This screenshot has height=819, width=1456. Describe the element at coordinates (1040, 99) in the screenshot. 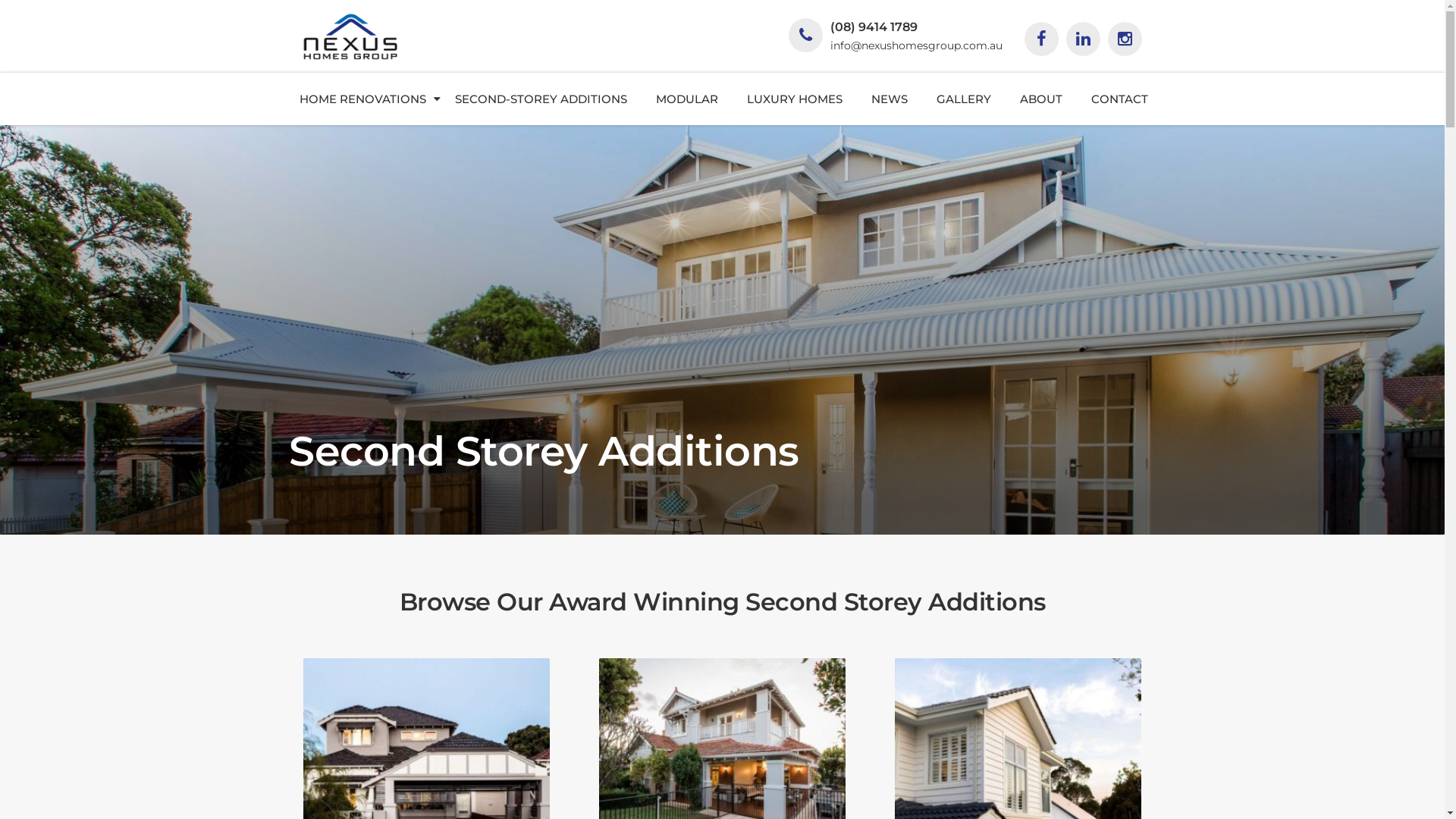

I see `'ABOUT'` at that location.